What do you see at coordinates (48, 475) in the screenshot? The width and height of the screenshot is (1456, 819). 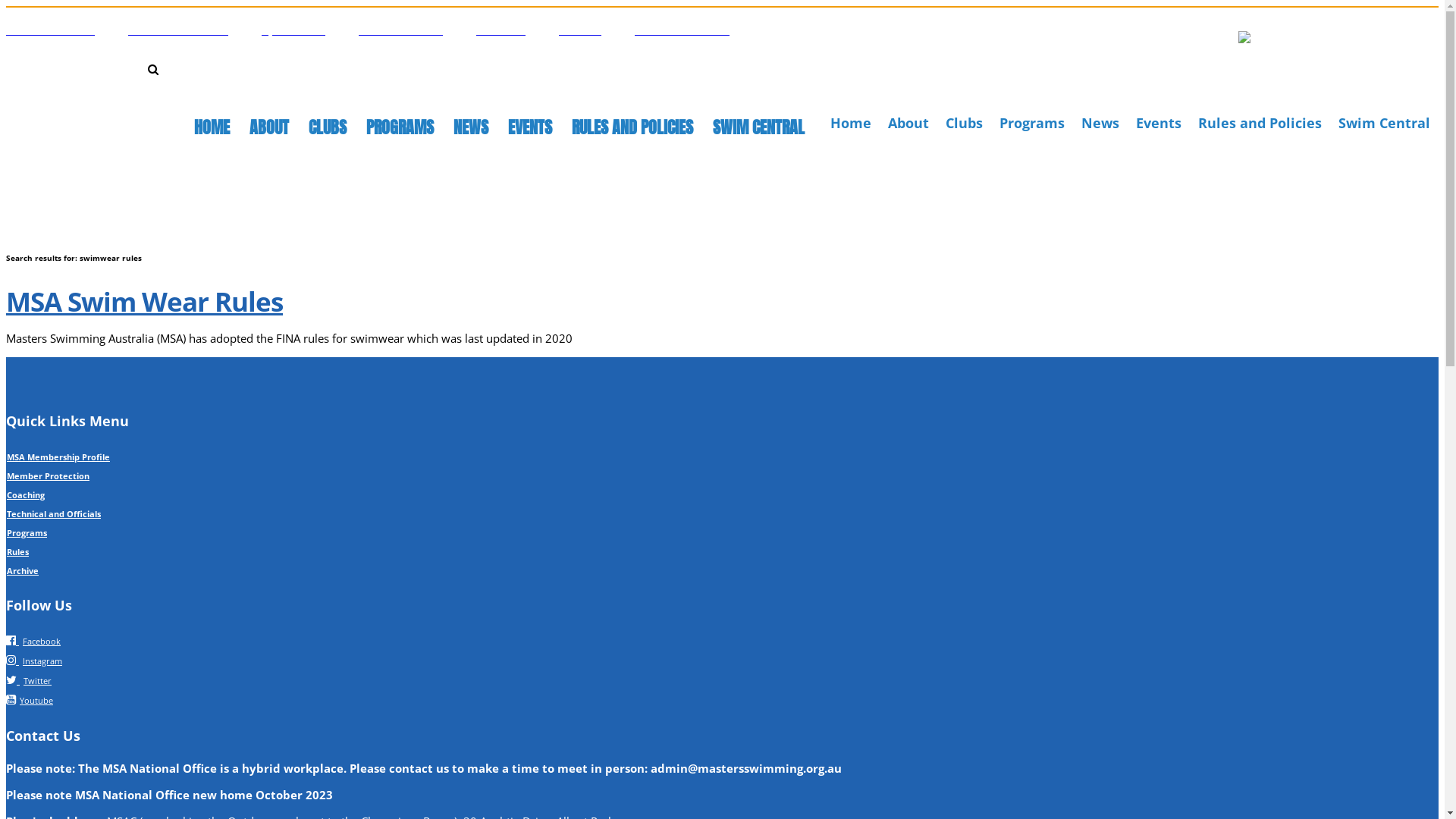 I see `'Member Protection'` at bounding box center [48, 475].